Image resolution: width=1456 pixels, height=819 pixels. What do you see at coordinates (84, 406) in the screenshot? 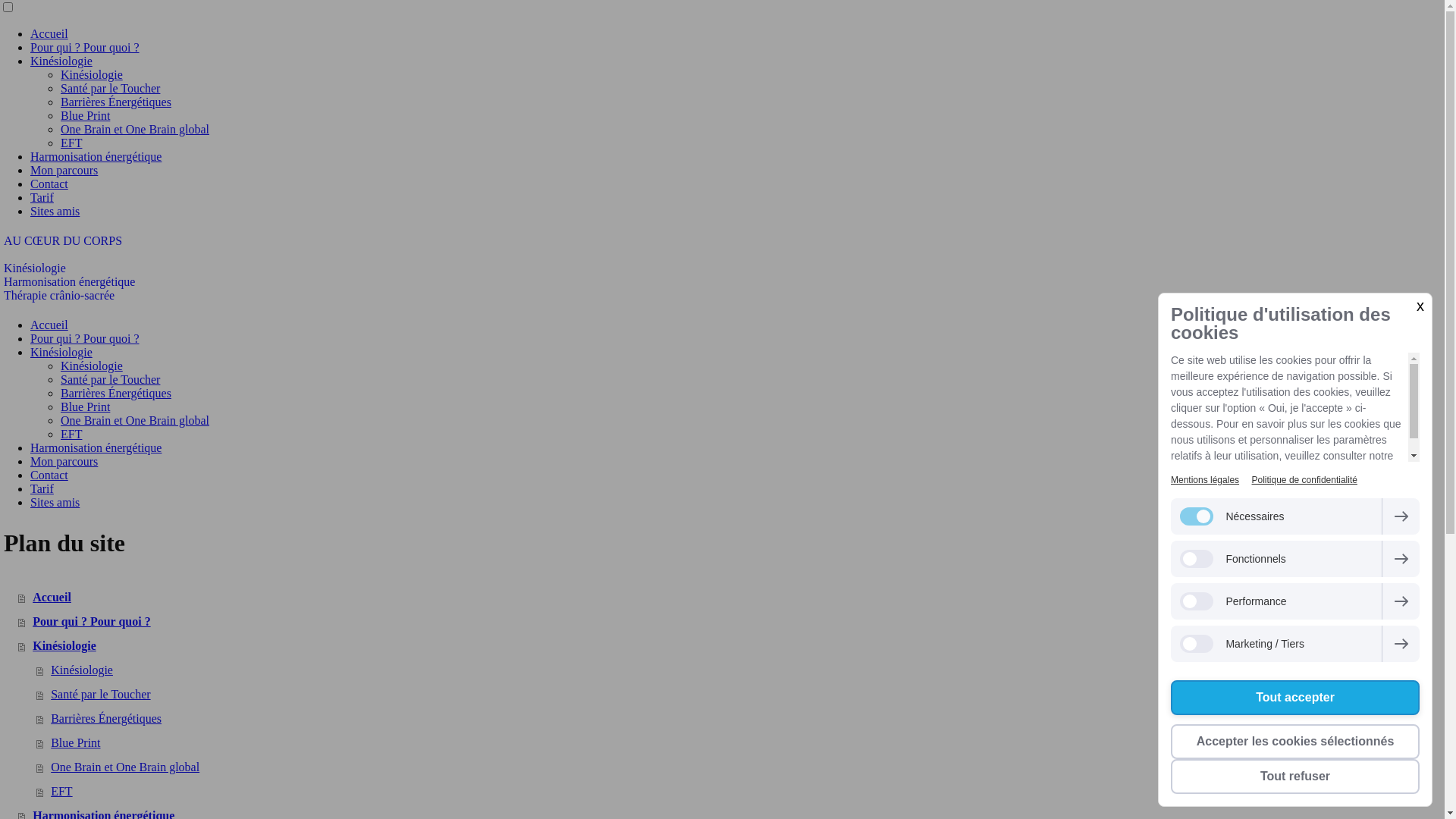
I see `'Blue Print'` at bounding box center [84, 406].